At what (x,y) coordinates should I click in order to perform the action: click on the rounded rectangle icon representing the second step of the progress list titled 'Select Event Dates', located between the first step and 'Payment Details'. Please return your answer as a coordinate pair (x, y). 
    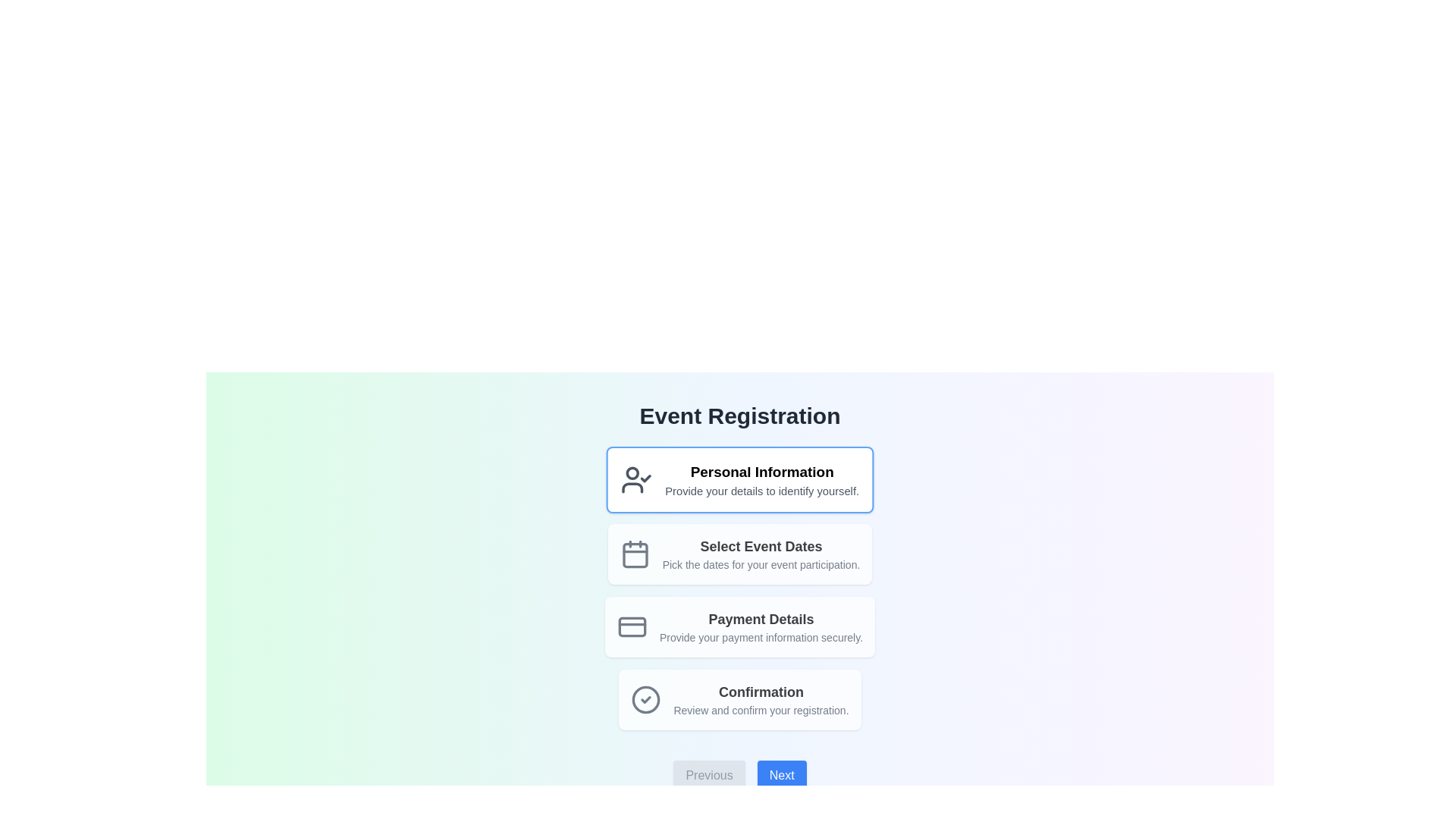
    Looking at the image, I should click on (635, 555).